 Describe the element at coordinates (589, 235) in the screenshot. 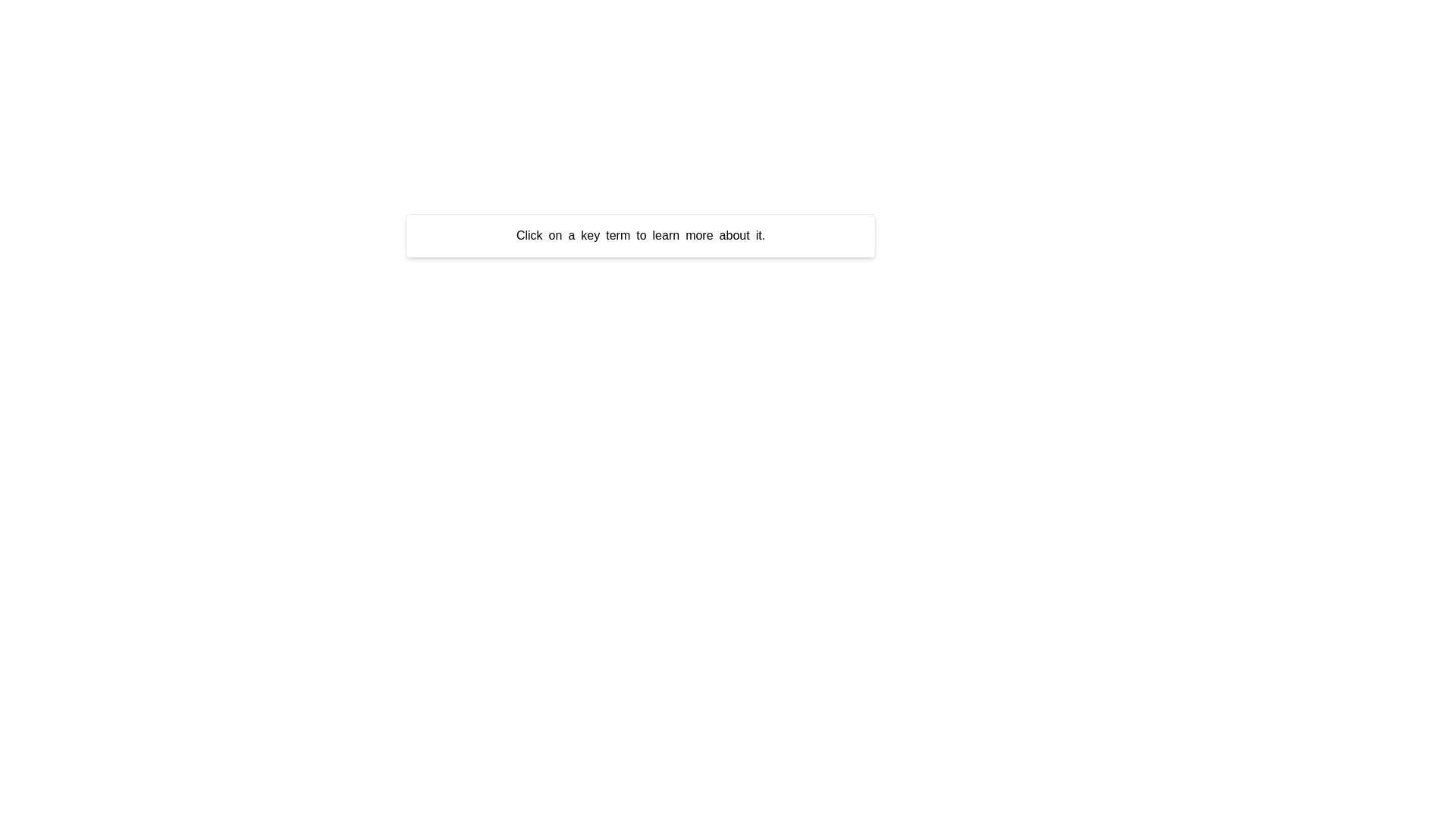

I see `the text element containing the word 'key', which is styled with padding and a hover effect that changes its background color to yellow, located in a bordered and shadowed panel` at that location.